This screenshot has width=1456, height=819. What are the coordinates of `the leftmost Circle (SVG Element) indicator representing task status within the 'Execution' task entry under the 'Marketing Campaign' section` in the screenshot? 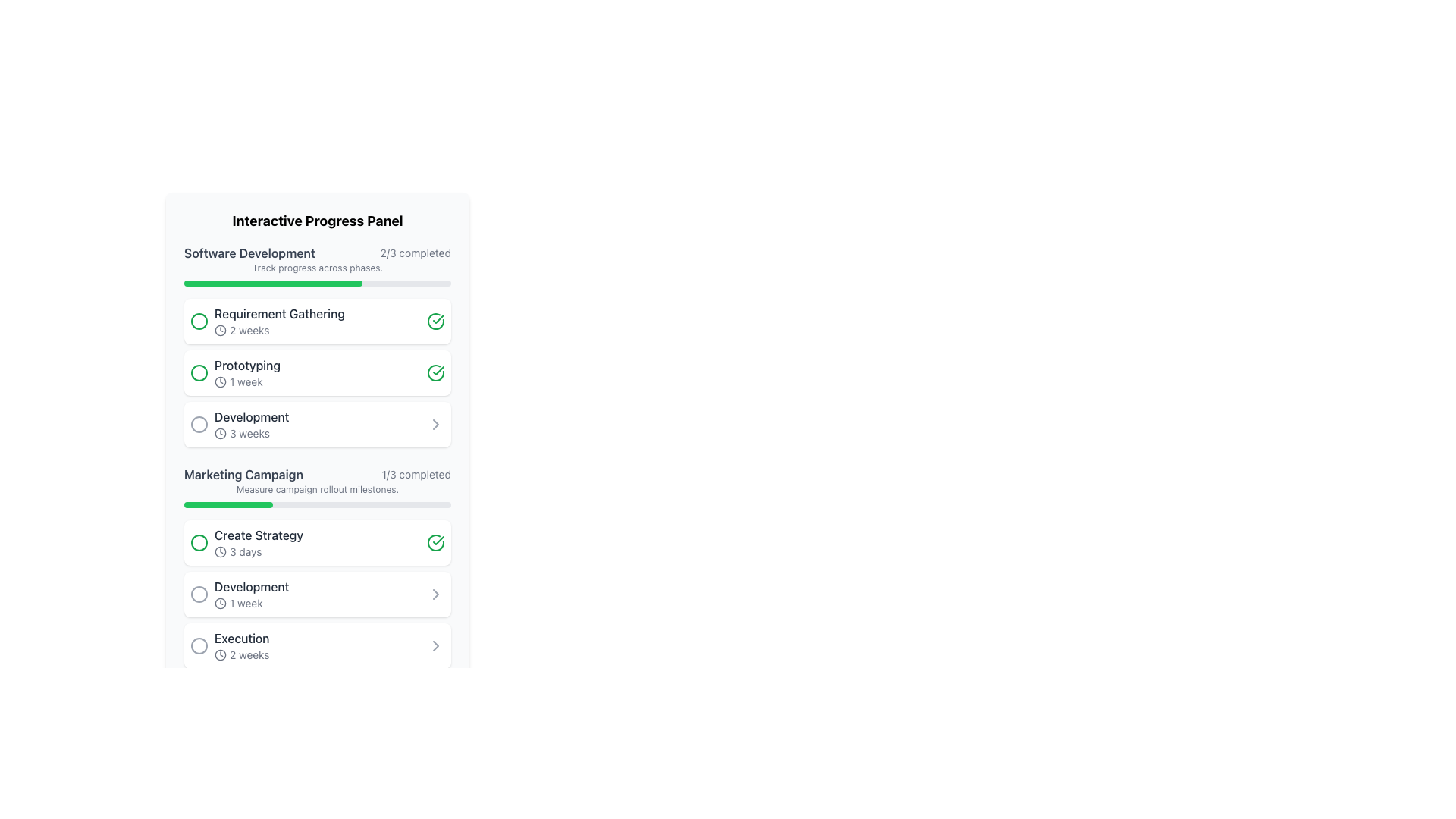 It's located at (199, 646).